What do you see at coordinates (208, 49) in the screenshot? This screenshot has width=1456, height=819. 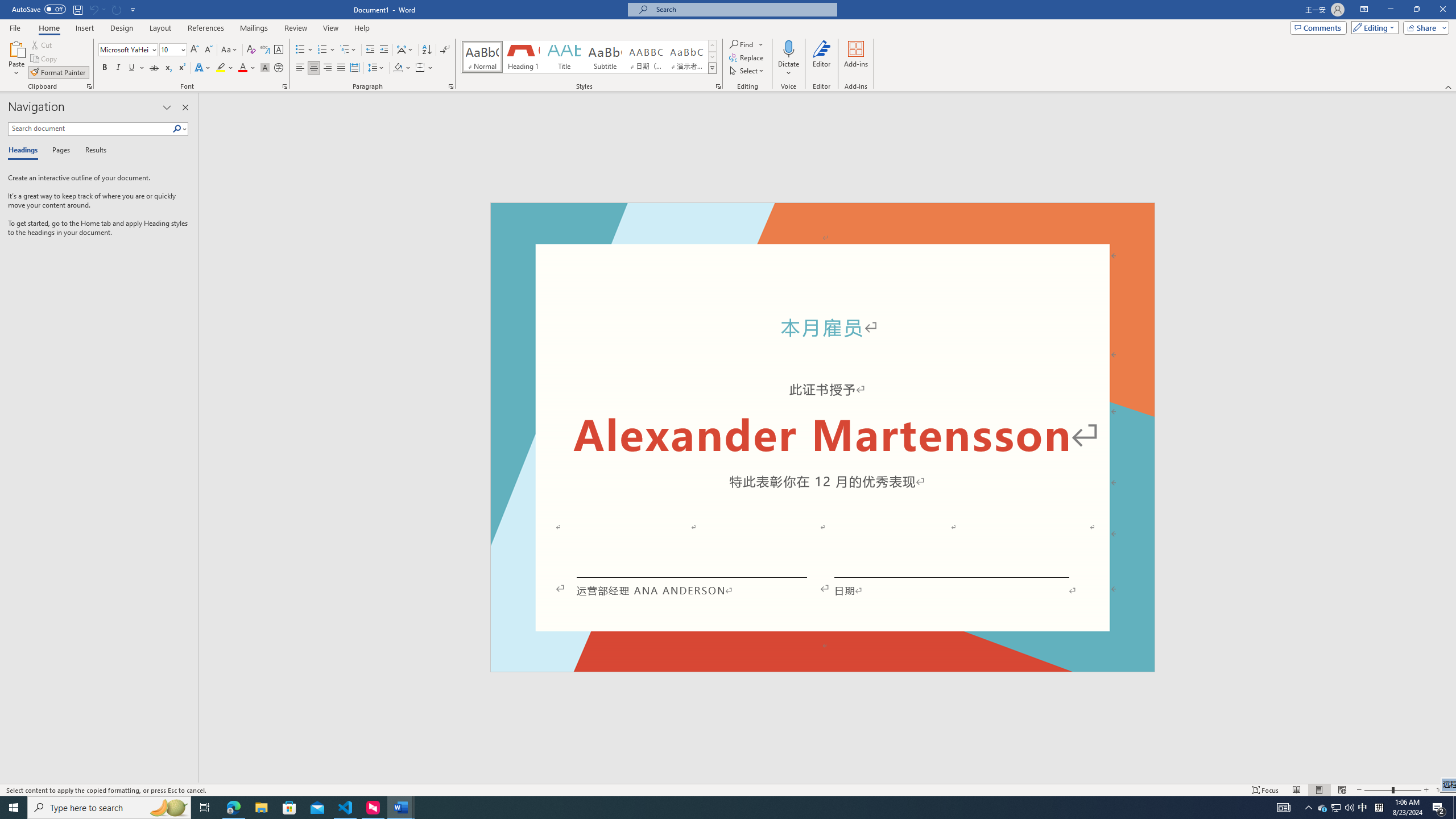 I see `'Shrink Font'` at bounding box center [208, 49].